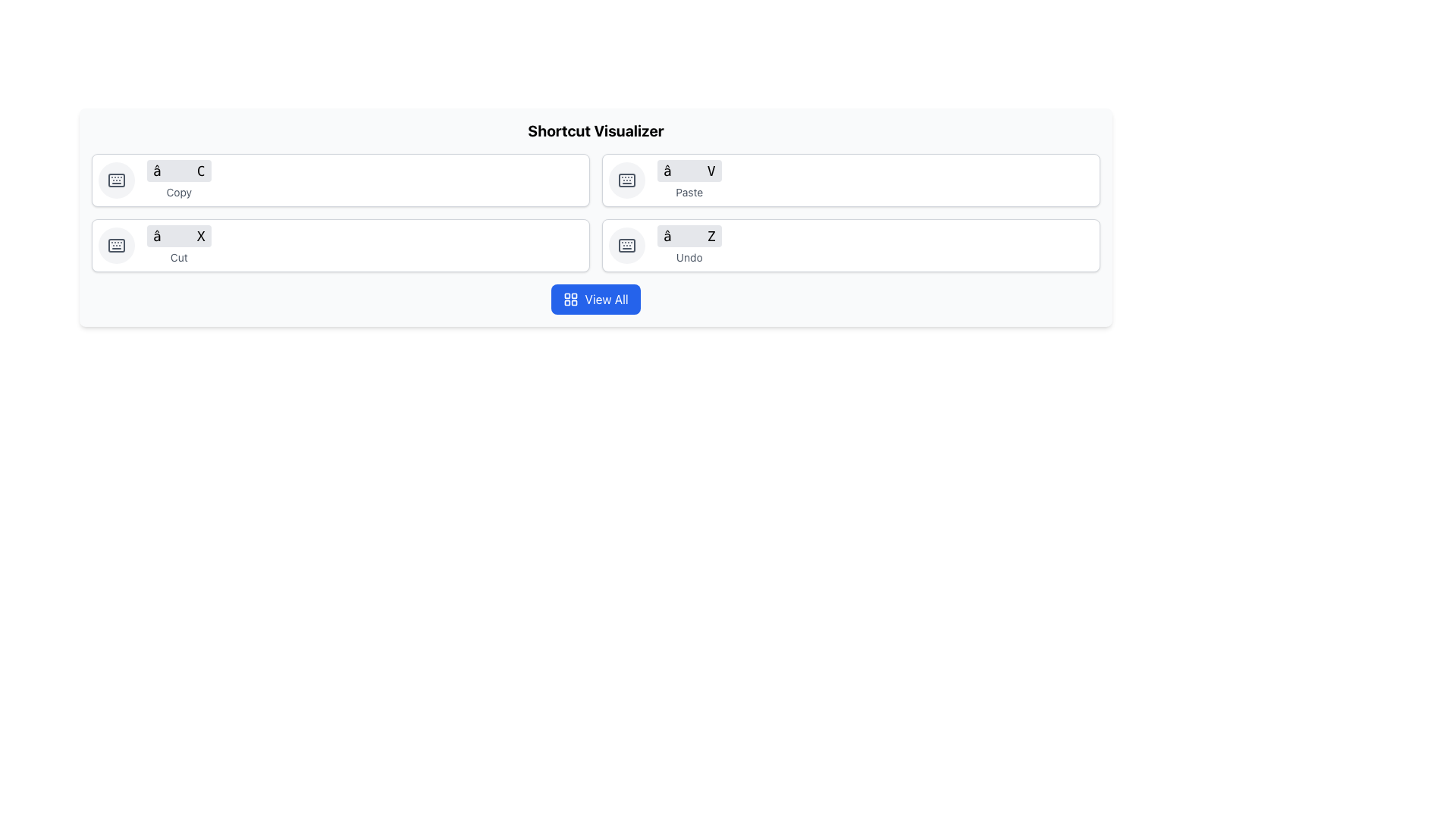  What do you see at coordinates (851, 245) in the screenshot?
I see `the undo button, which is the fourth button in a grid layout for shortcut actions, located in the second row, second column` at bounding box center [851, 245].